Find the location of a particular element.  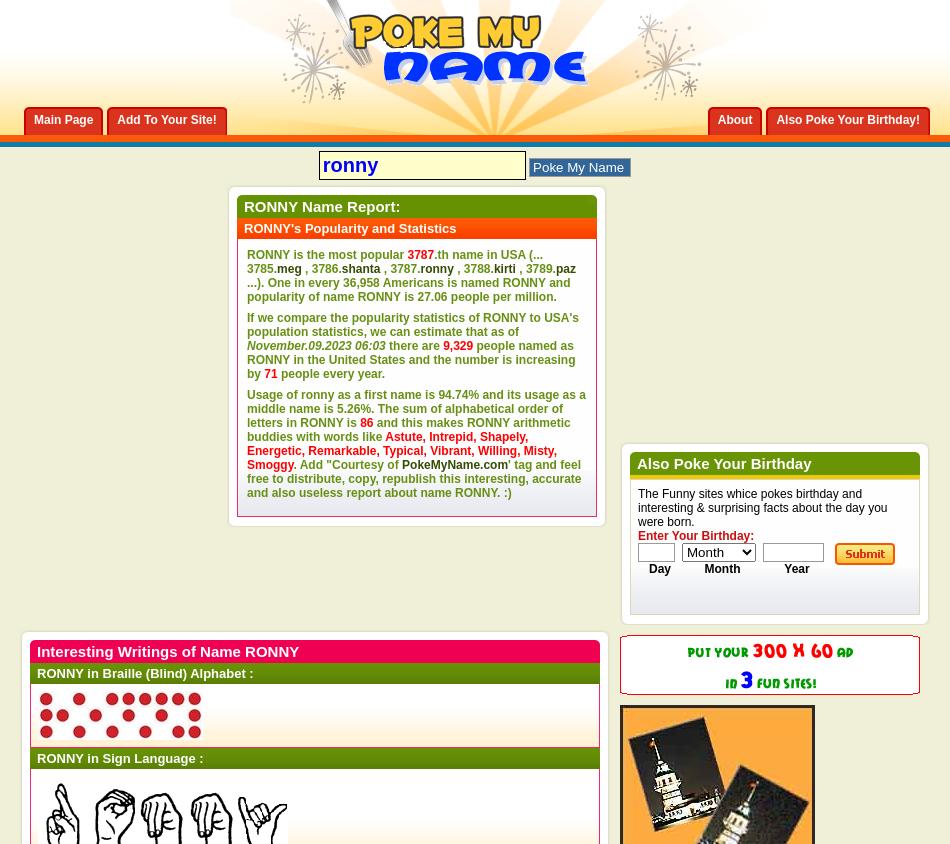

'is the most popular' is located at coordinates (347, 253).